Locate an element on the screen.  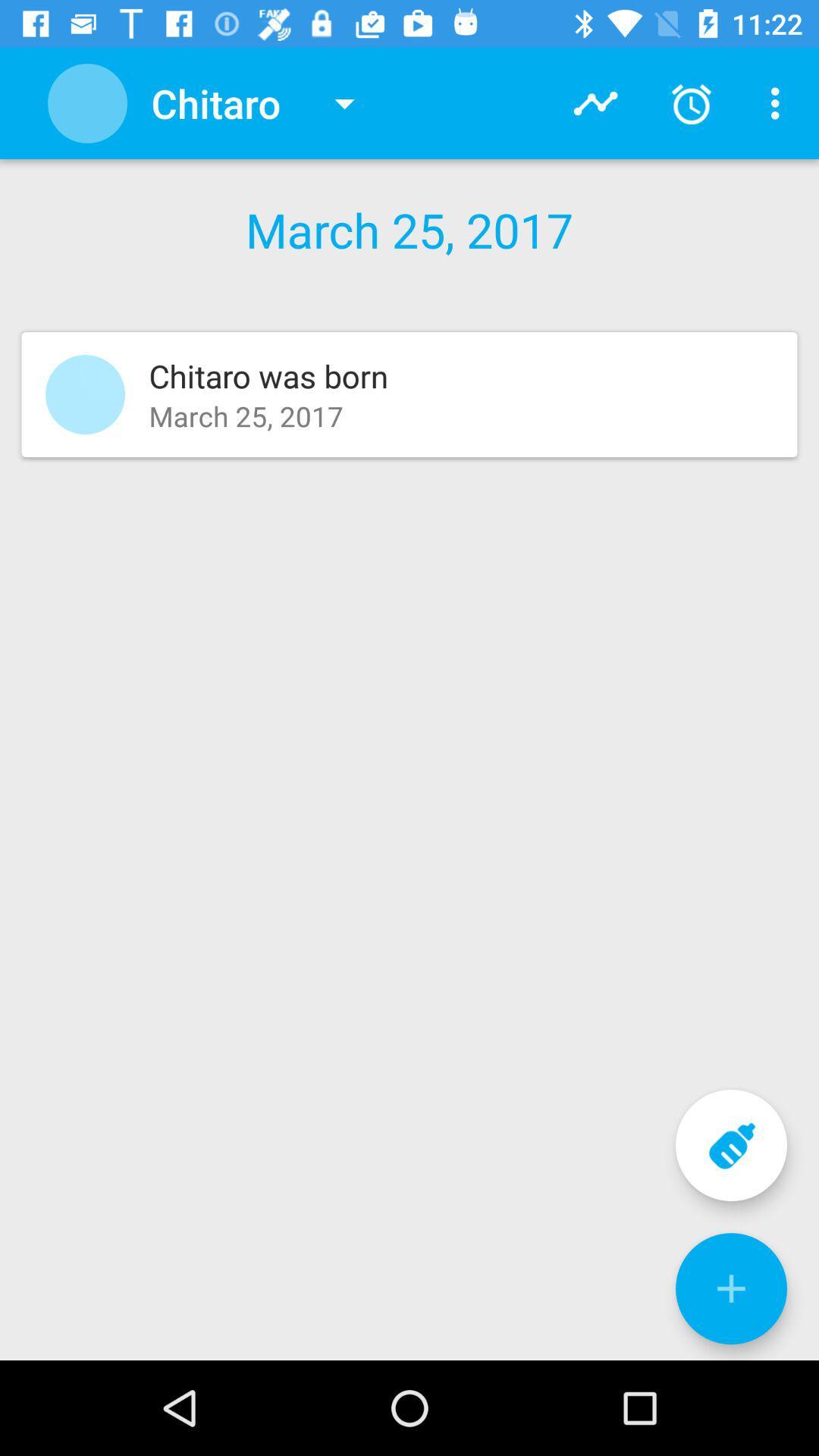
the alarm icon is located at coordinates (691, 103).